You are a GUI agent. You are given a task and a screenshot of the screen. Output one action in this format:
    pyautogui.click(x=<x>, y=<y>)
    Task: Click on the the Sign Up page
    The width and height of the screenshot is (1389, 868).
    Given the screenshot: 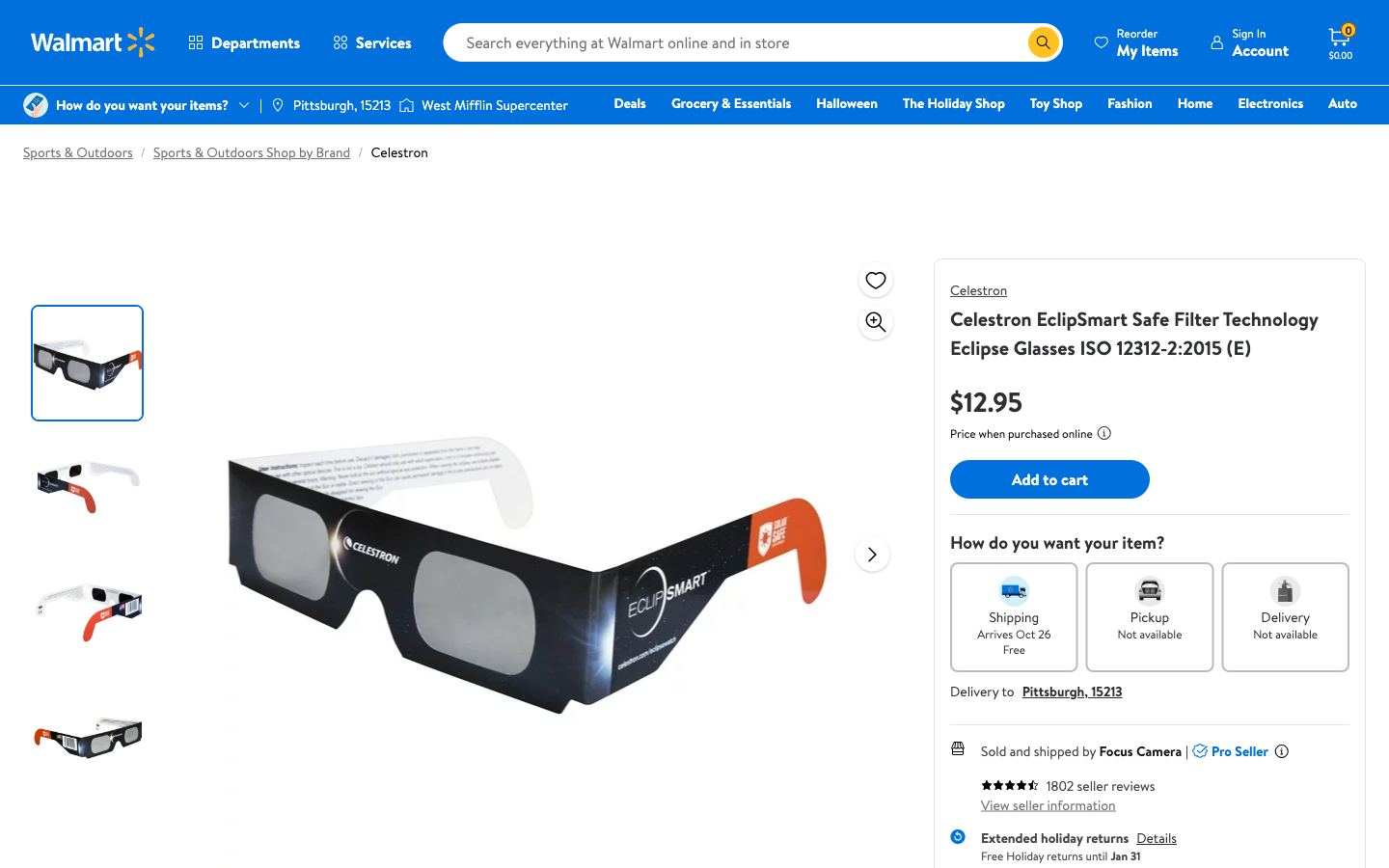 What is the action you would take?
    pyautogui.click(x=1248, y=41)
    